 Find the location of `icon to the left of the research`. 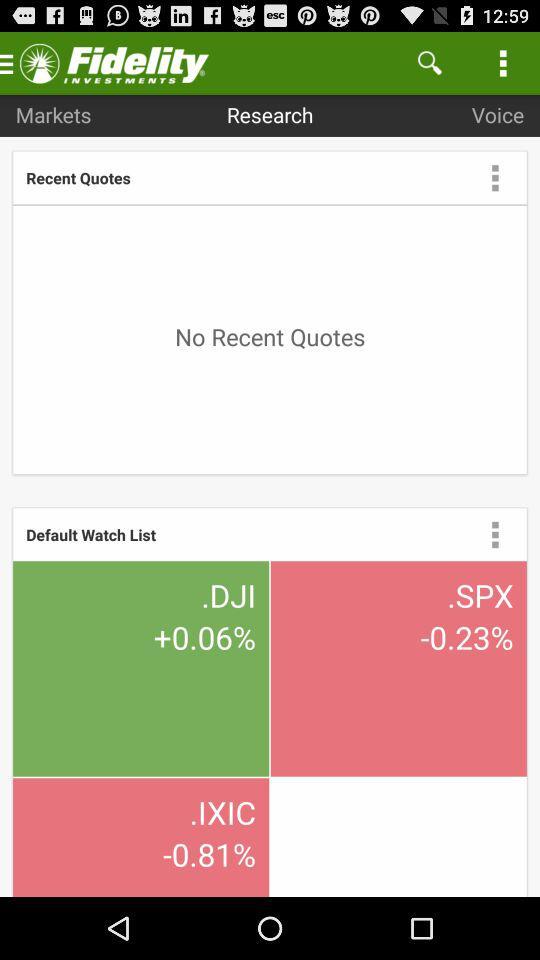

icon to the left of the research is located at coordinates (53, 114).